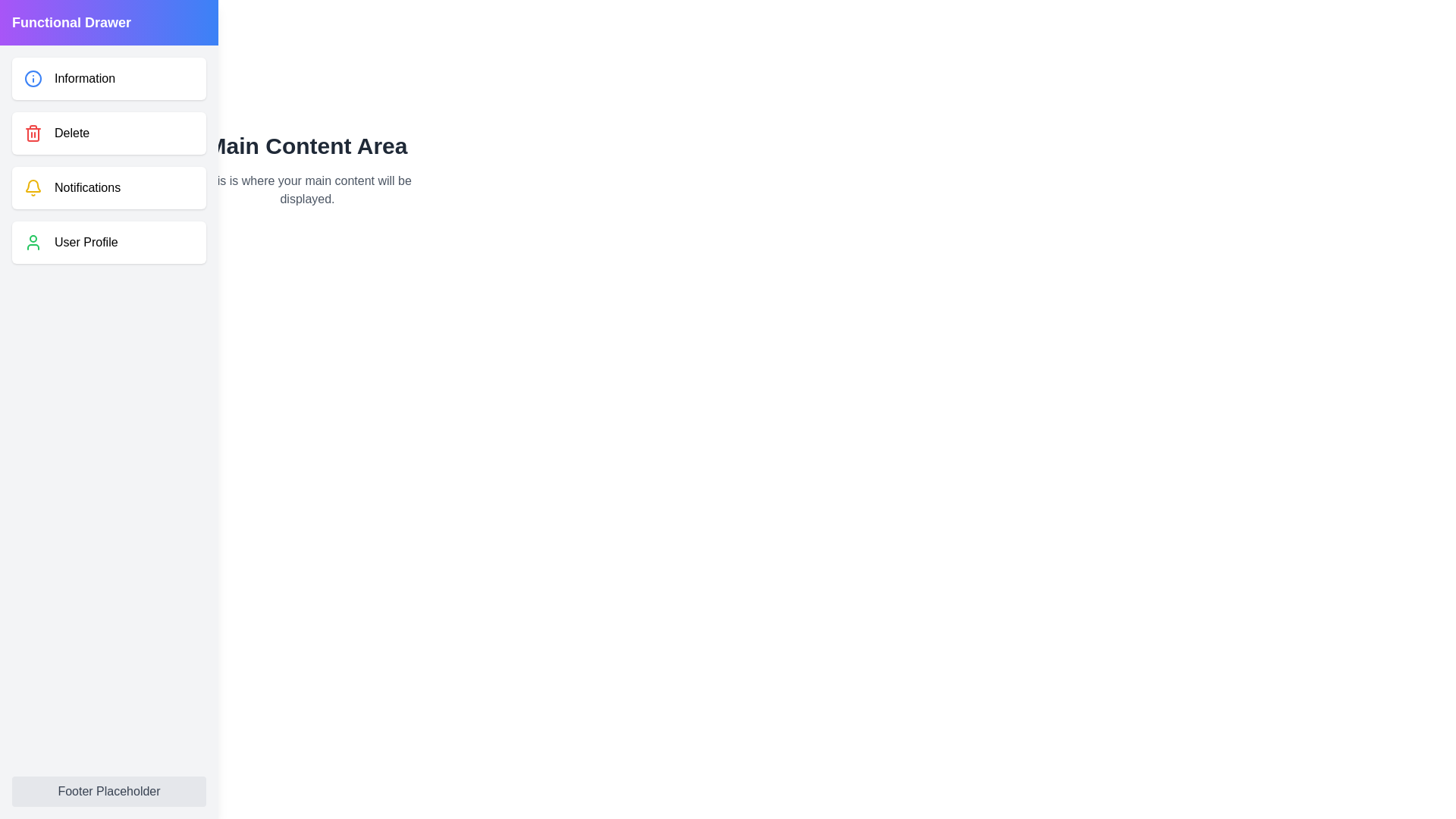 The image size is (1456, 819). I want to click on the circle that is centrally located within the 'Information' icon in the left drawer, which signifies informational content, so click(33, 79).